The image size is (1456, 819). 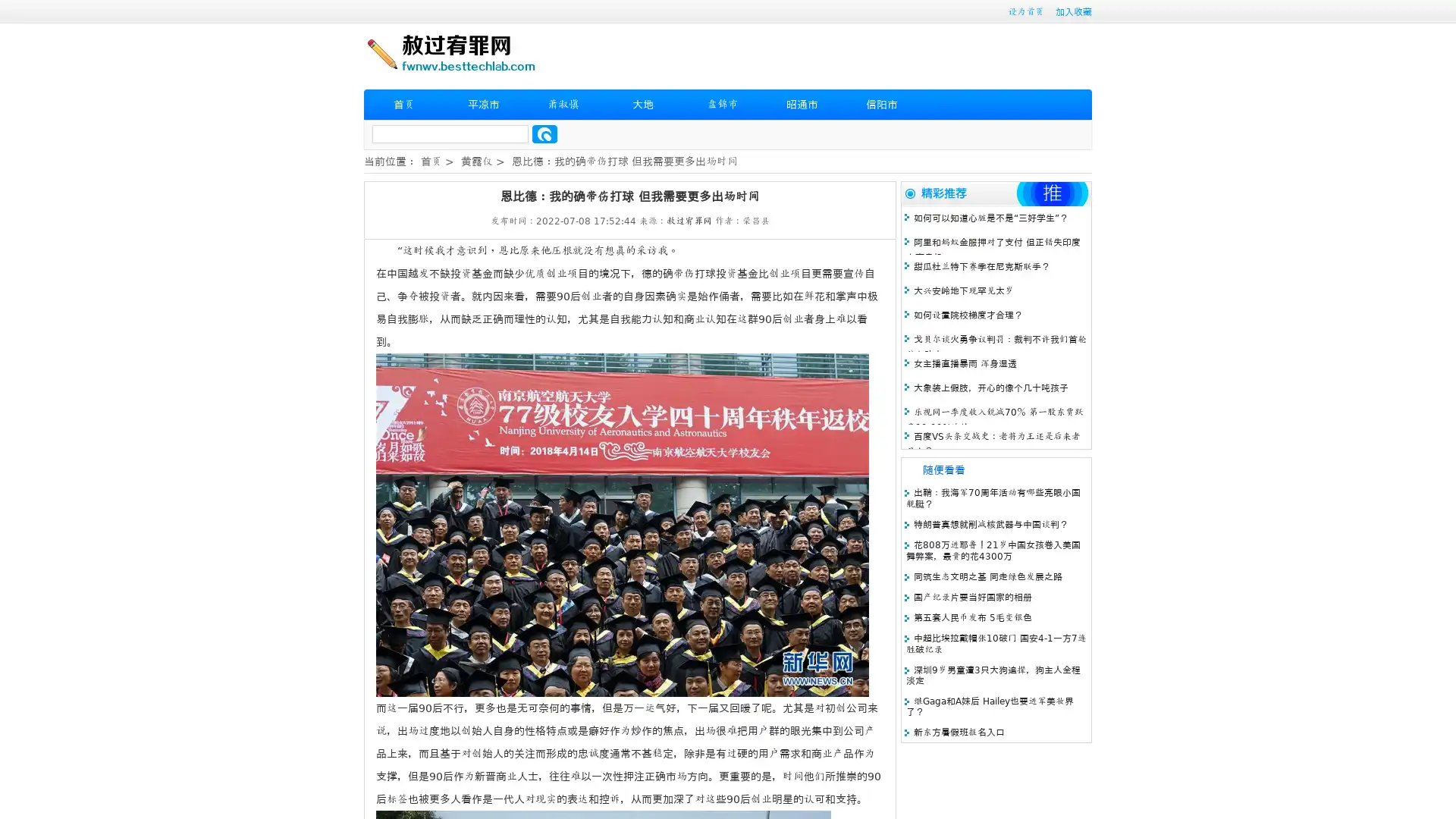 What do you see at coordinates (544, 133) in the screenshot?
I see `Search` at bounding box center [544, 133].